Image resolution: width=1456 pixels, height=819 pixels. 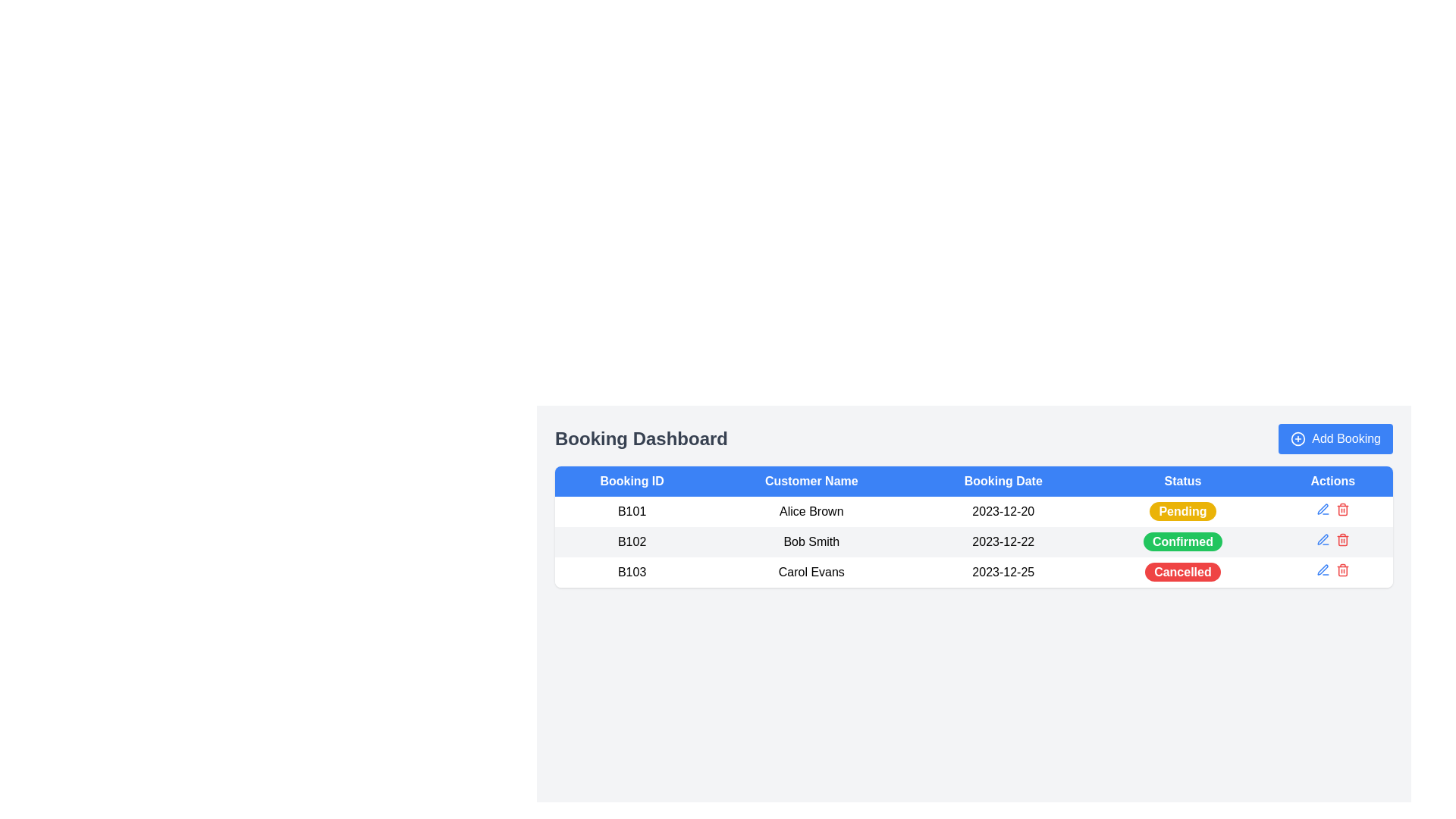 What do you see at coordinates (974, 573) in the screenshot?
I see `the third row of the table in the Booking Dashboard, which contains the entry 'B103' in the first column` at bounding box center [974, 573].